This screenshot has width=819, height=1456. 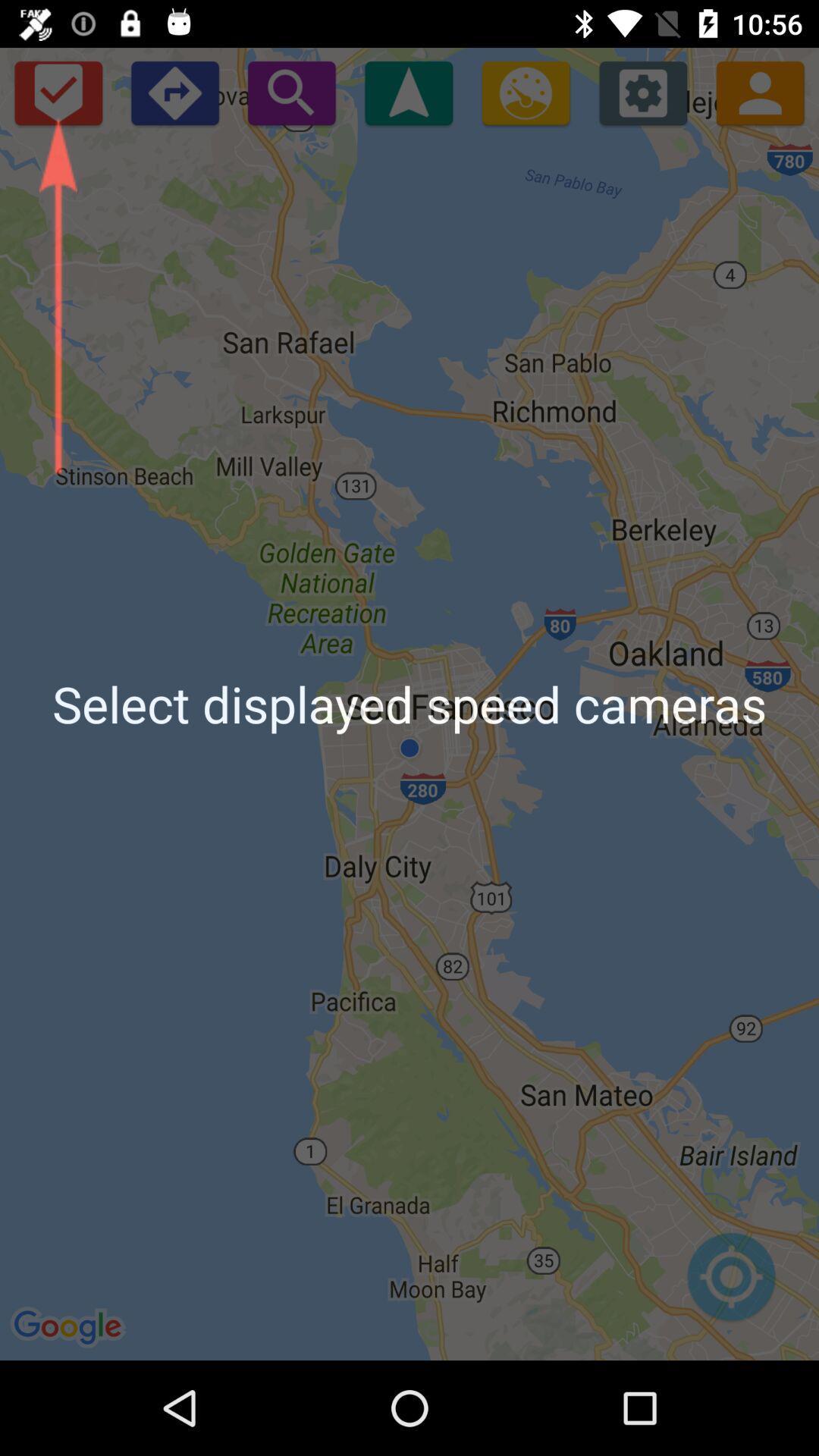 I want to click on direction button, so click(x=174, y=92).